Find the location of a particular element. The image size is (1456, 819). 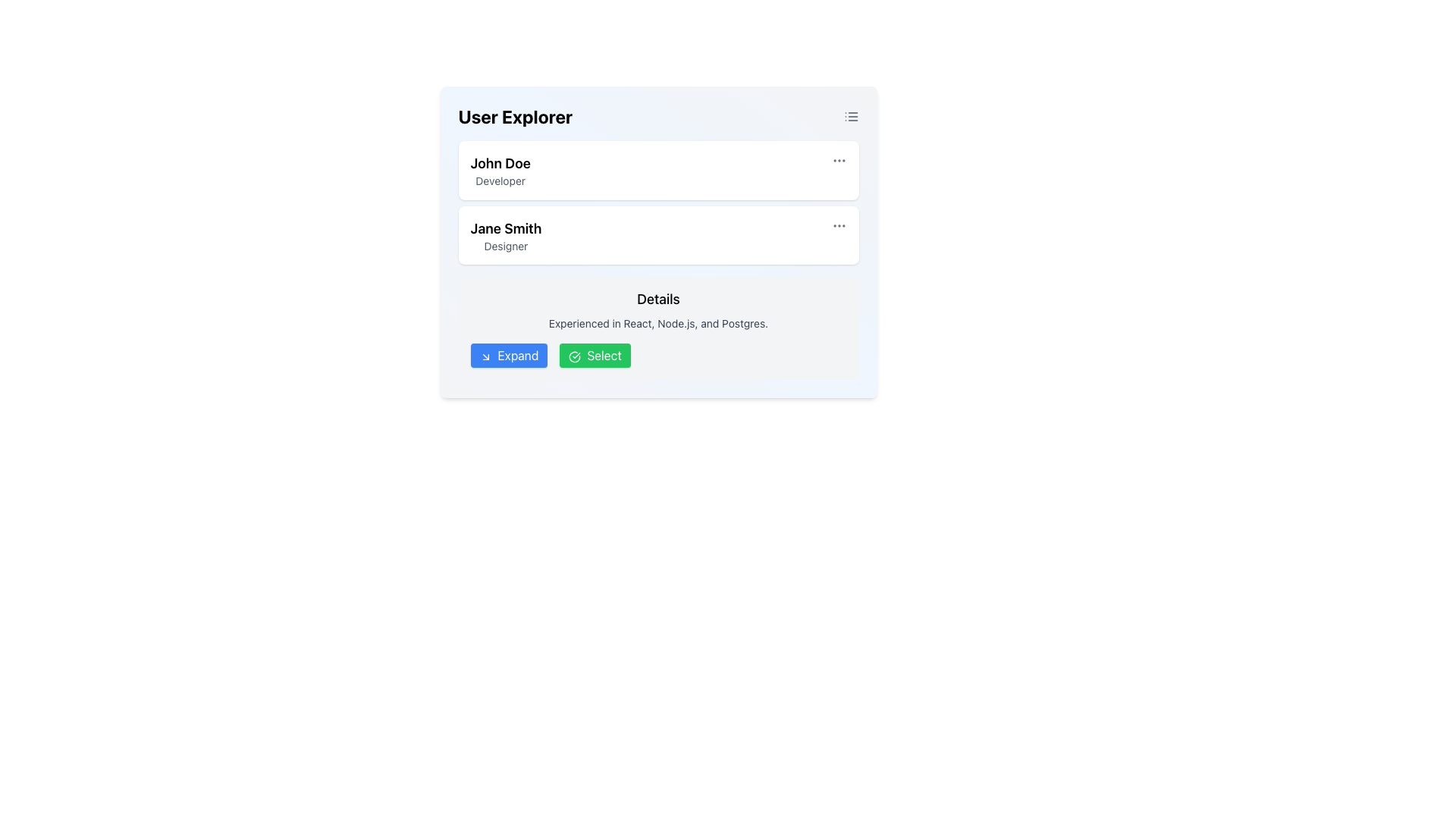

text label providing the designation or role of the user 'John Doe', which is located below the name 'John Doe' in the user information section is located at coordinates (500, 180).